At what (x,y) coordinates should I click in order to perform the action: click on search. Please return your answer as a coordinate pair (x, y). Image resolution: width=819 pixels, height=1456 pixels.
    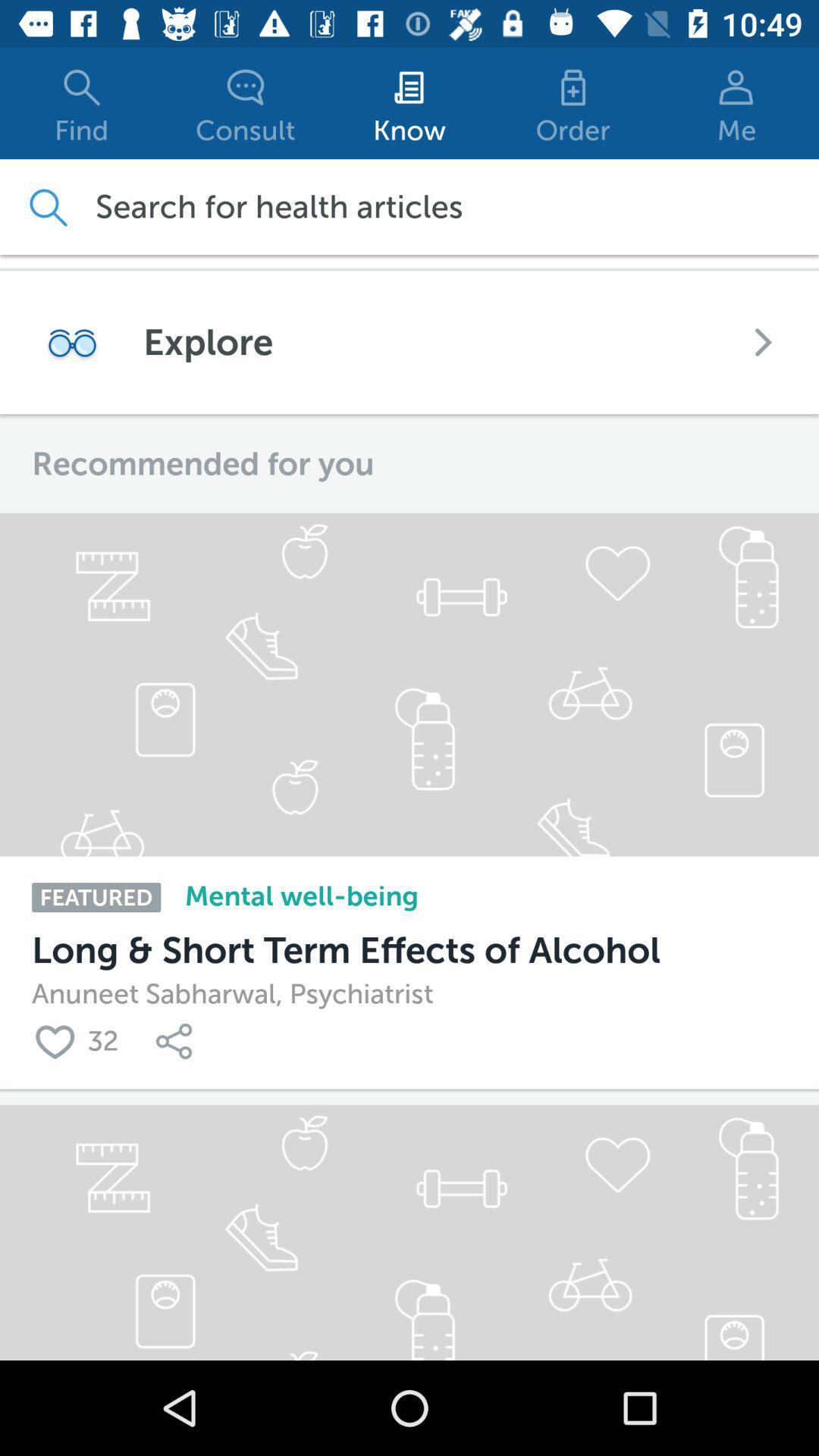
    Looking at the image, I should click on (46, 206).